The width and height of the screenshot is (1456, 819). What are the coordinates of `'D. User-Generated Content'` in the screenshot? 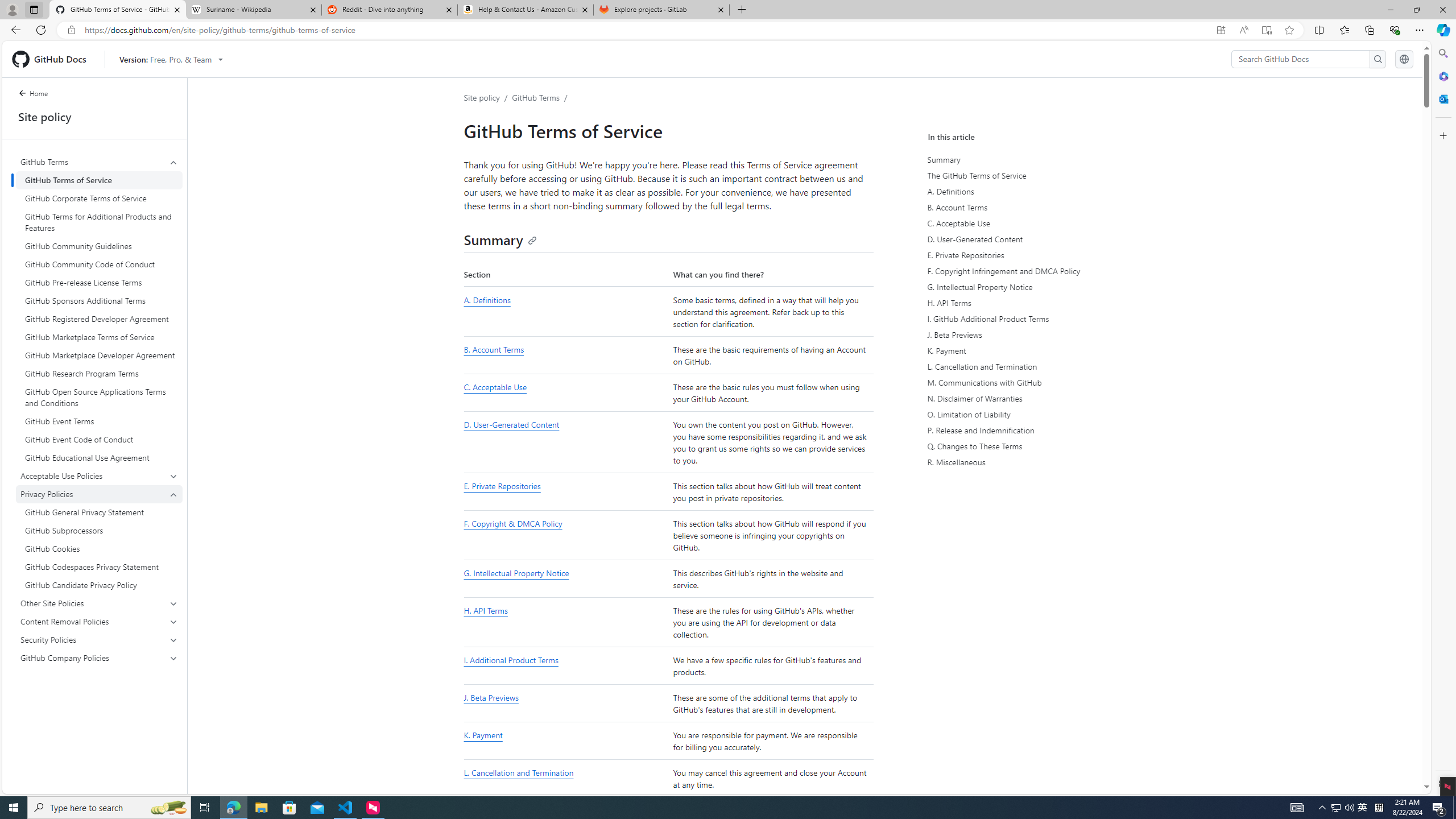 It's located at (510, 424).